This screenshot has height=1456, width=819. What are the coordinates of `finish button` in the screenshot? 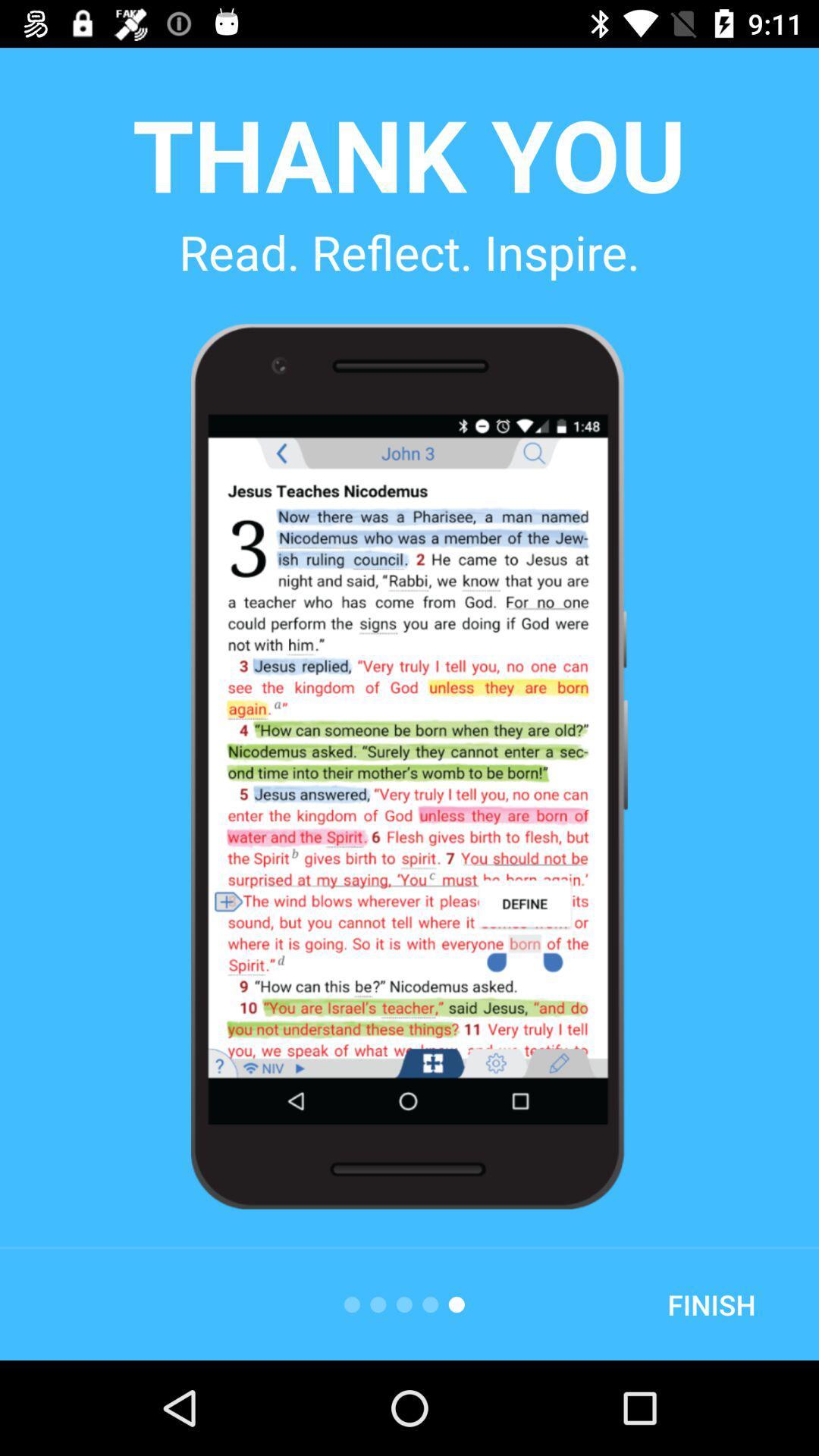 It's located at (711, 1304).